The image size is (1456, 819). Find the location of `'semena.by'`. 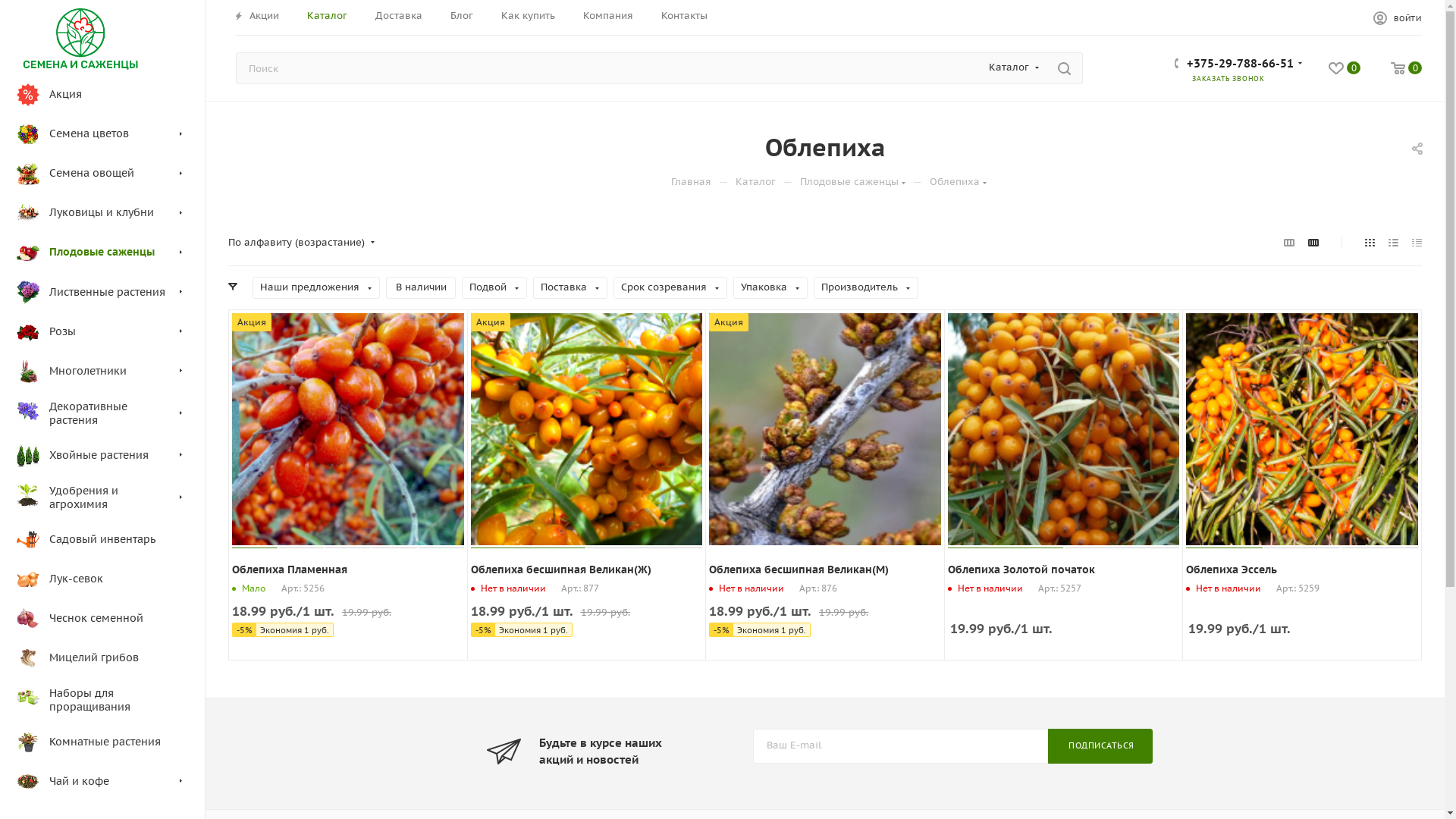

'semena.by' is located at coordinates (80, 37).